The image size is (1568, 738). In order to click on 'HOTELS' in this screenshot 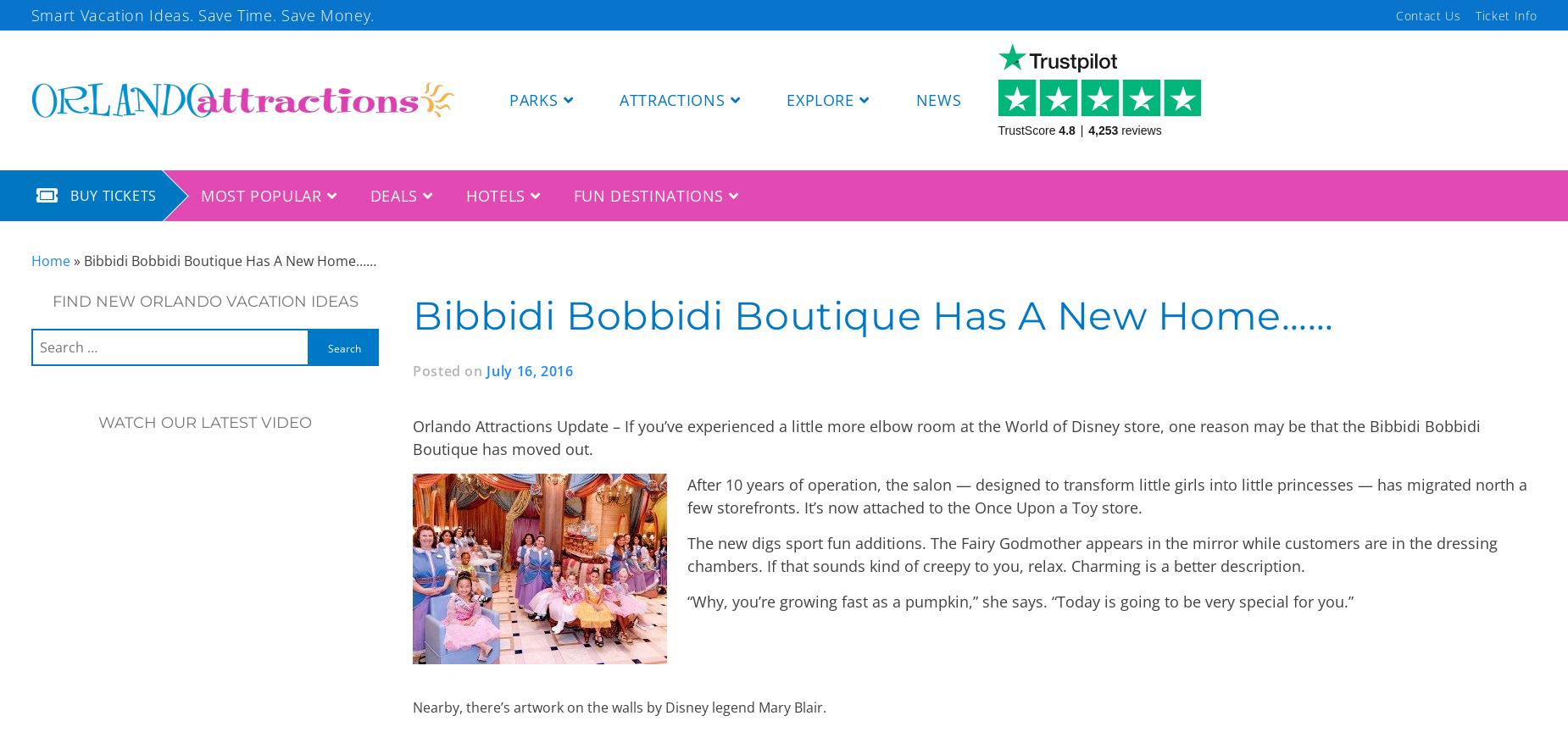, I will do `click(465, 195)`.